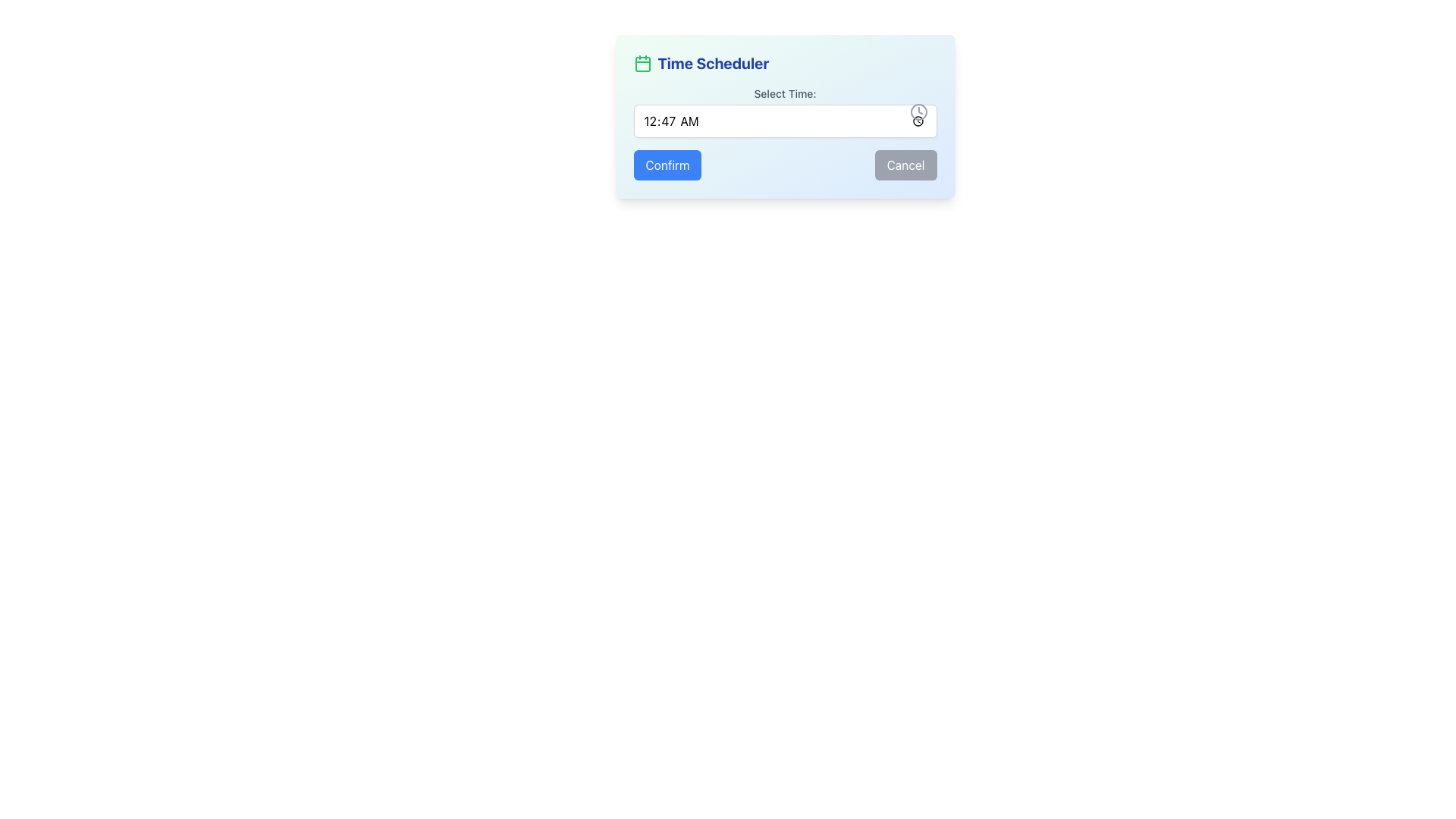 Image resolution: width=1456 pixels, height=819 pixels. What do you see at coordinates (785, 93) in the screenshot?
I see `the text label that says 'Select Time:', which is styled in gray and located above the time input field in the modal` at bounding box center [785, 93].